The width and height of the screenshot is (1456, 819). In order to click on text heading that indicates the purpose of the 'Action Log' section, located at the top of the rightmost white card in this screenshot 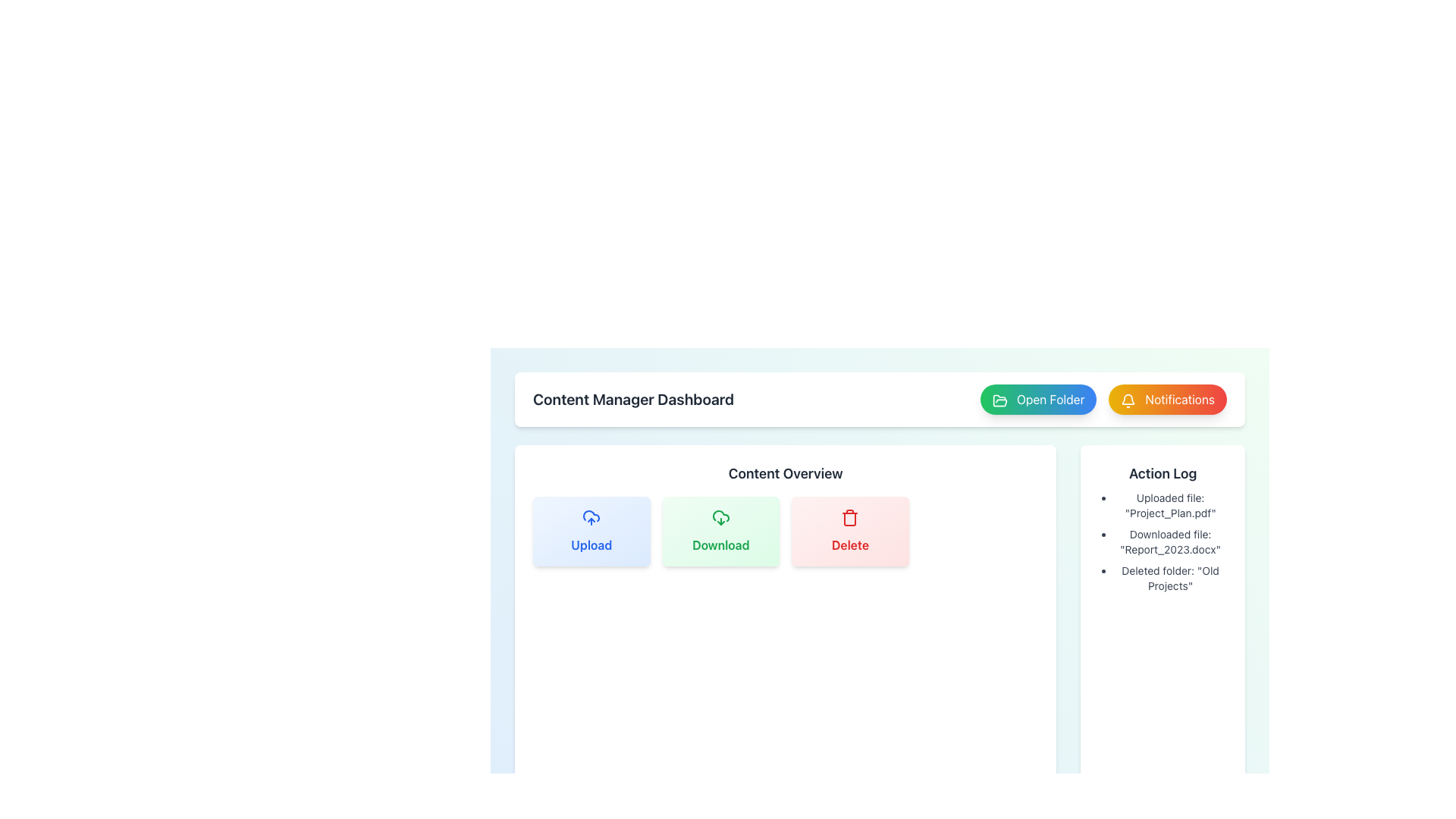, I will do `click(1162, 472)`.